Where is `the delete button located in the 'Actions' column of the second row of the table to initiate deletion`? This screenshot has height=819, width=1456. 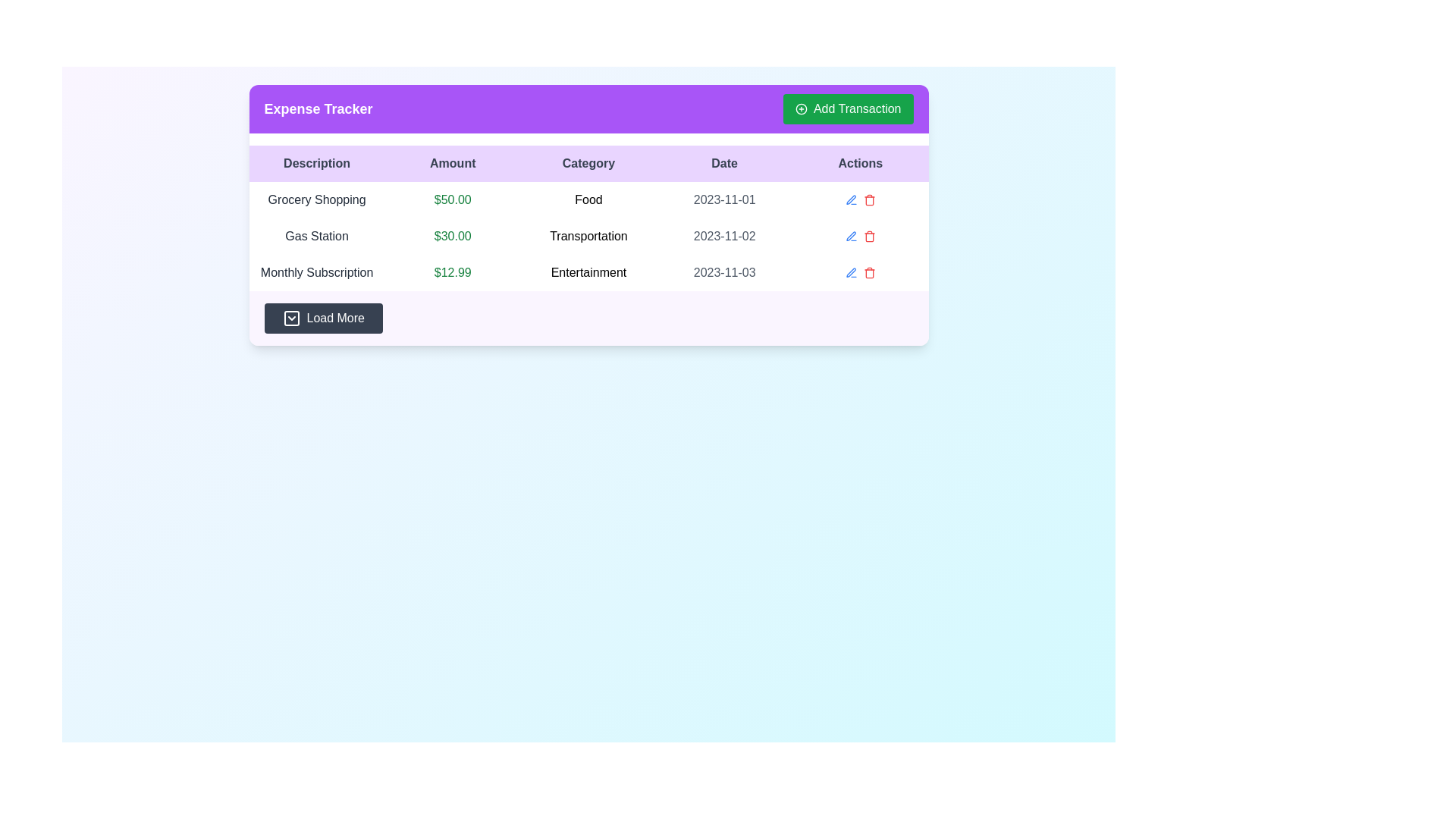 the delete button located in the 'Actions' column of the second row of the table to initiate deletion is located at coordinates (869, 237).